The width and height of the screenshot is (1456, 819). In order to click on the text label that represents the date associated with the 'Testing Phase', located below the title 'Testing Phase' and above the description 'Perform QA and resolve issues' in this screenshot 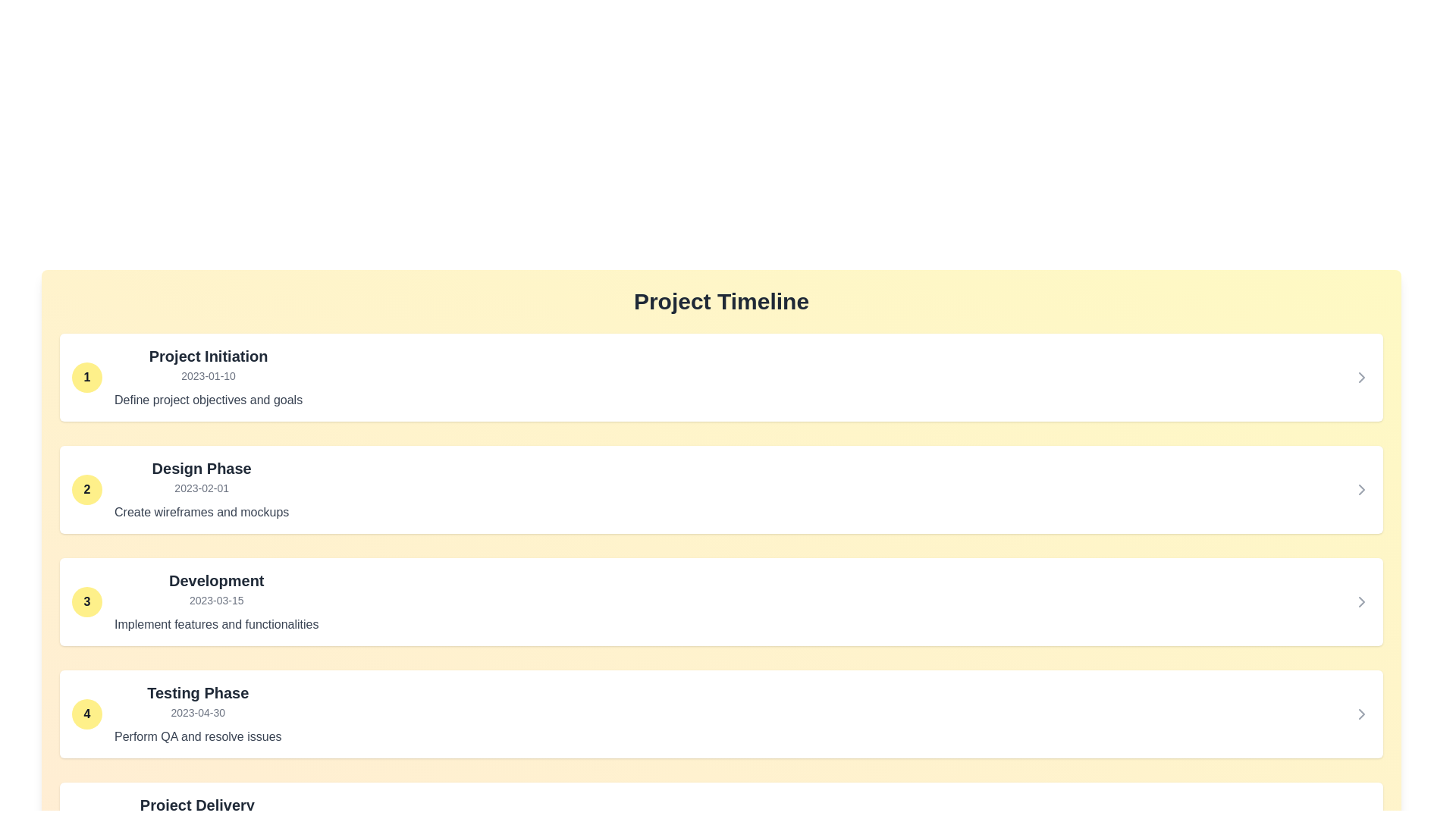, I will do `click(197, 713)`.